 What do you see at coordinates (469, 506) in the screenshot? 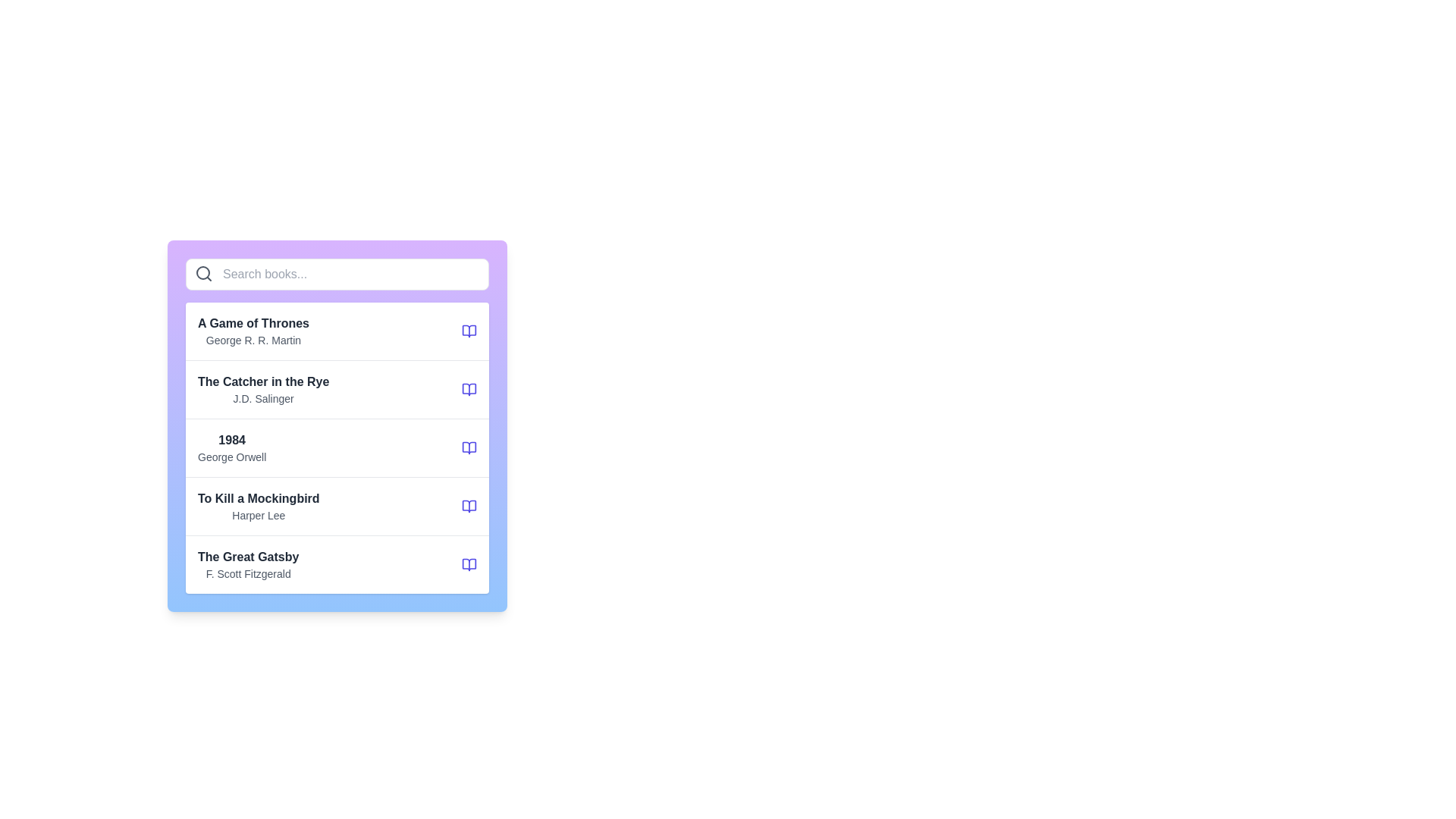
I see `the left half of the open book icon next to the entry 'To Kill a Mockingbird' labeled 'Harper Lee'` at bounding box center [469, 506].